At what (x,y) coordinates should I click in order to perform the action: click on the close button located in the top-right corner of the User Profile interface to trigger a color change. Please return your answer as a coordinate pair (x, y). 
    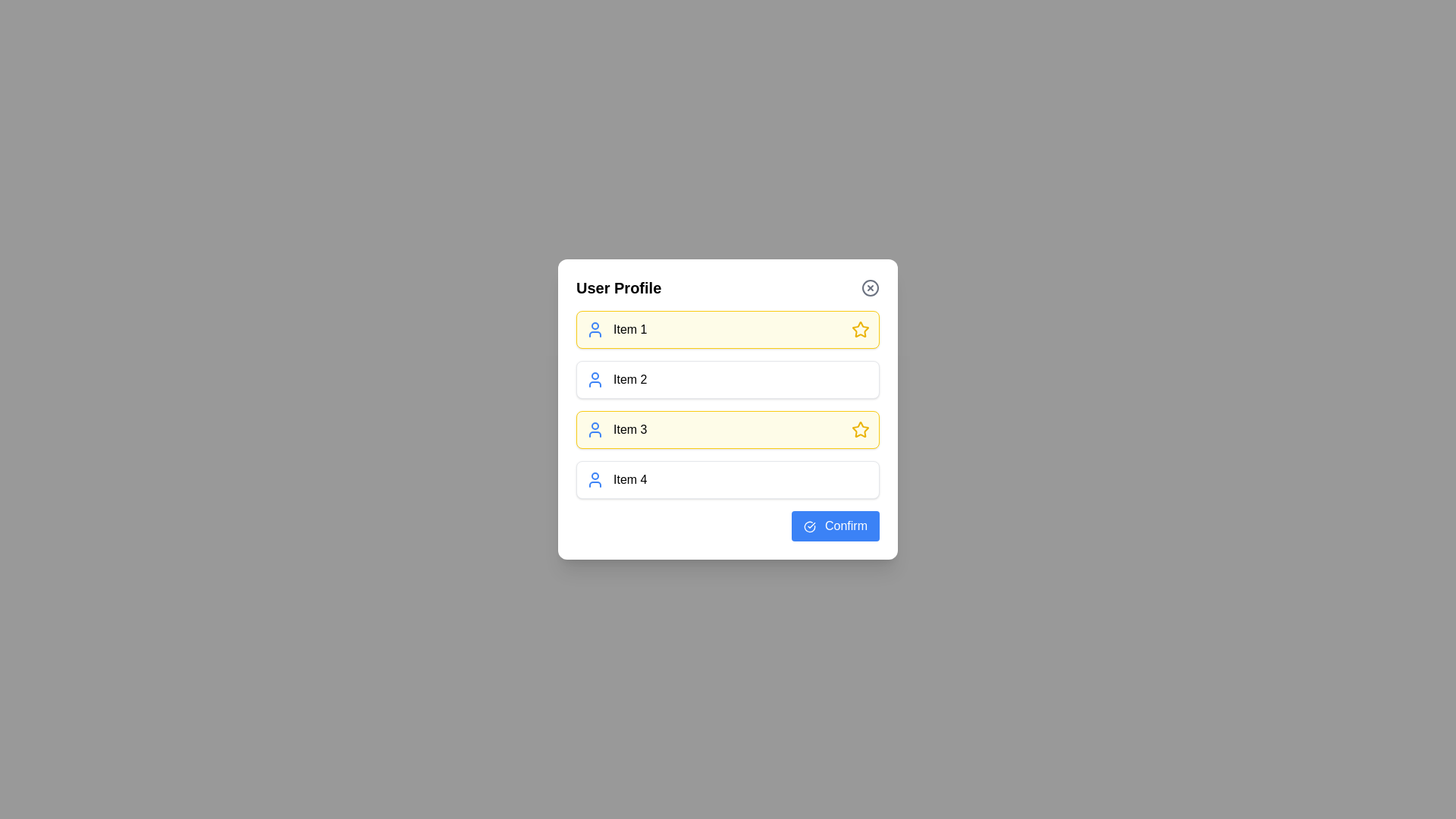
    Looking at the image, I should click on (870, 288).